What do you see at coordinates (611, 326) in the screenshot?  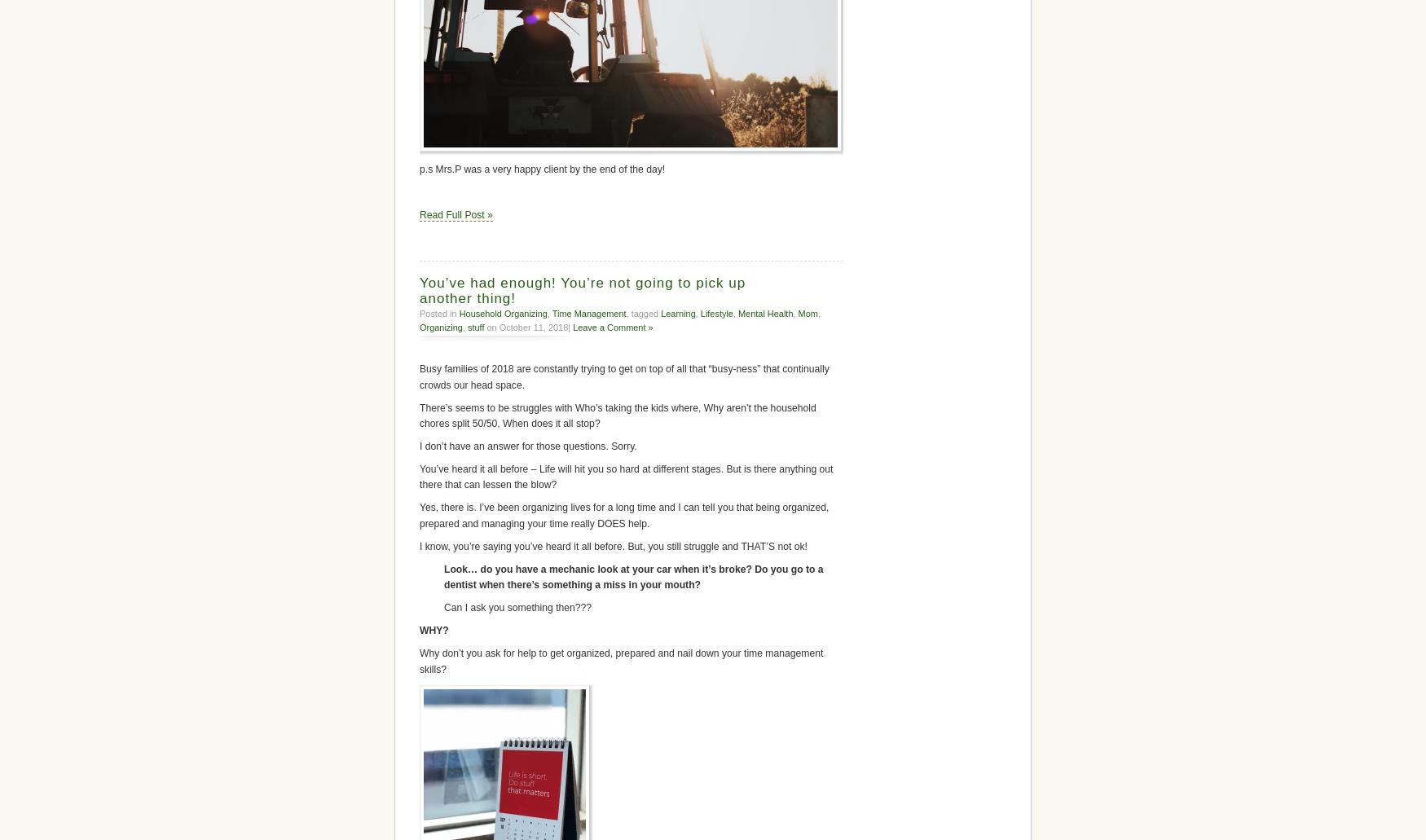 I see `'Leave a Comment »'` at bounding box center [611, 326].